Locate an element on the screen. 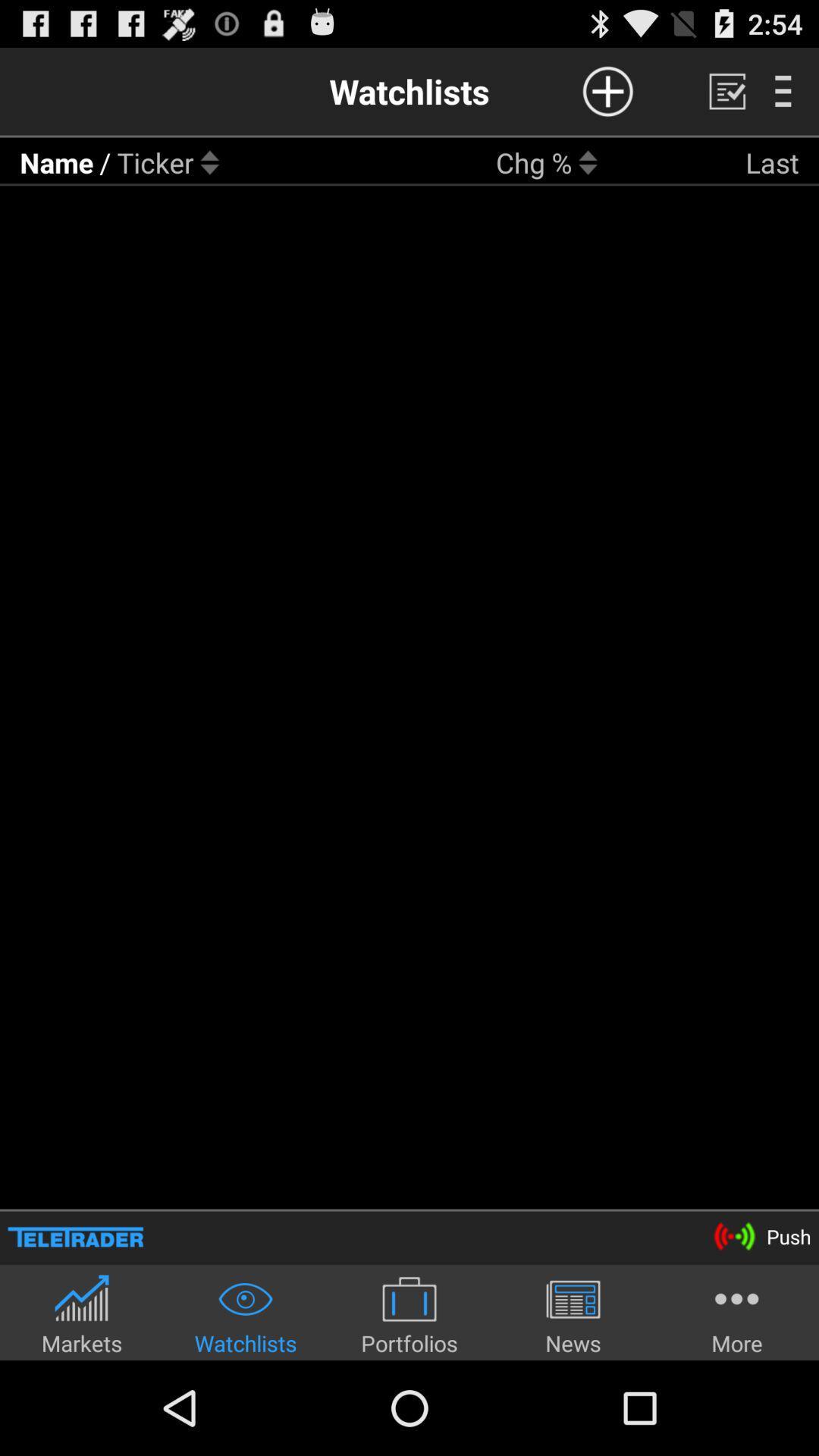 Image resolution: width=819 pixels, height=1456 pixels. item to the left of the more item is located at coordinates (573, 1313).